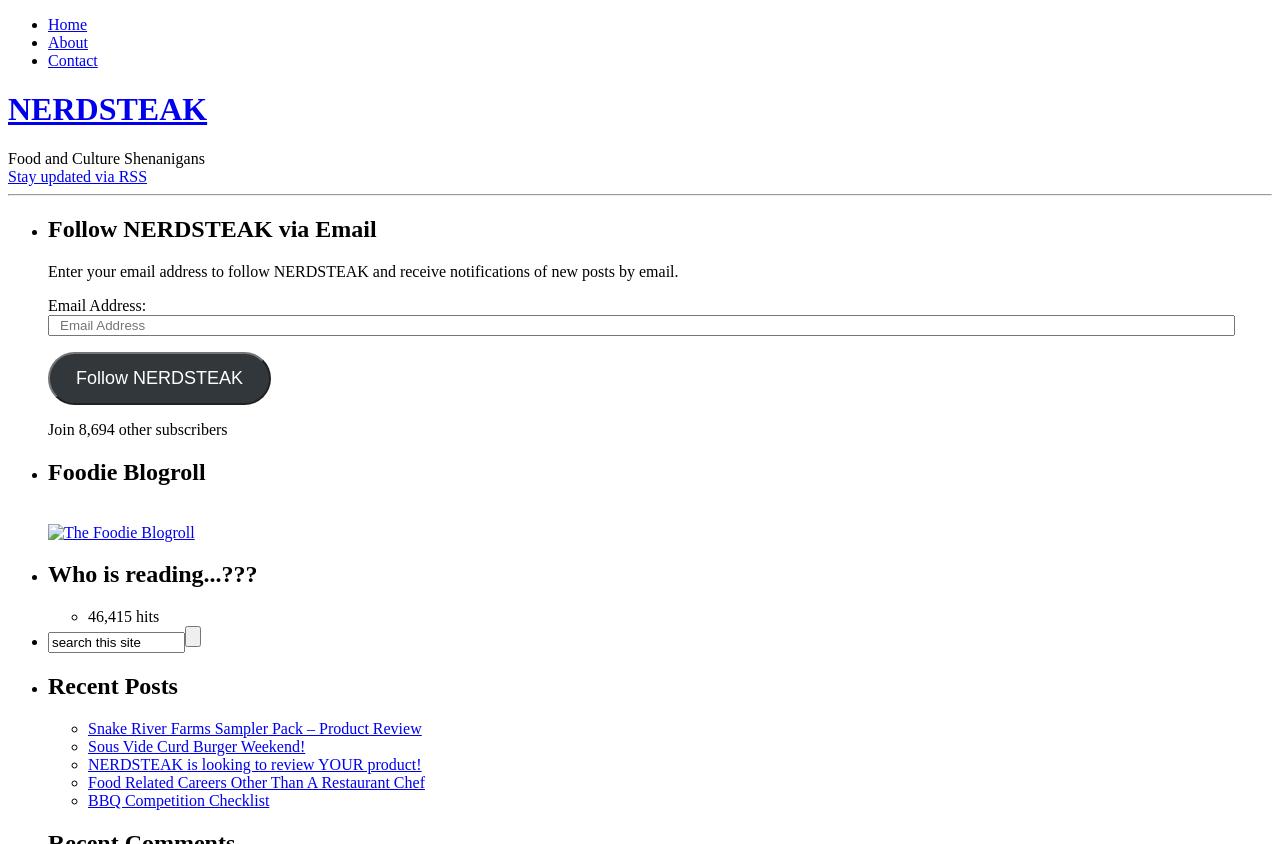  Describe the element at coordinates (253, 727) in the screenshot. I see `'Snake River Farms Sampler Pack – Product Review'` at that location.